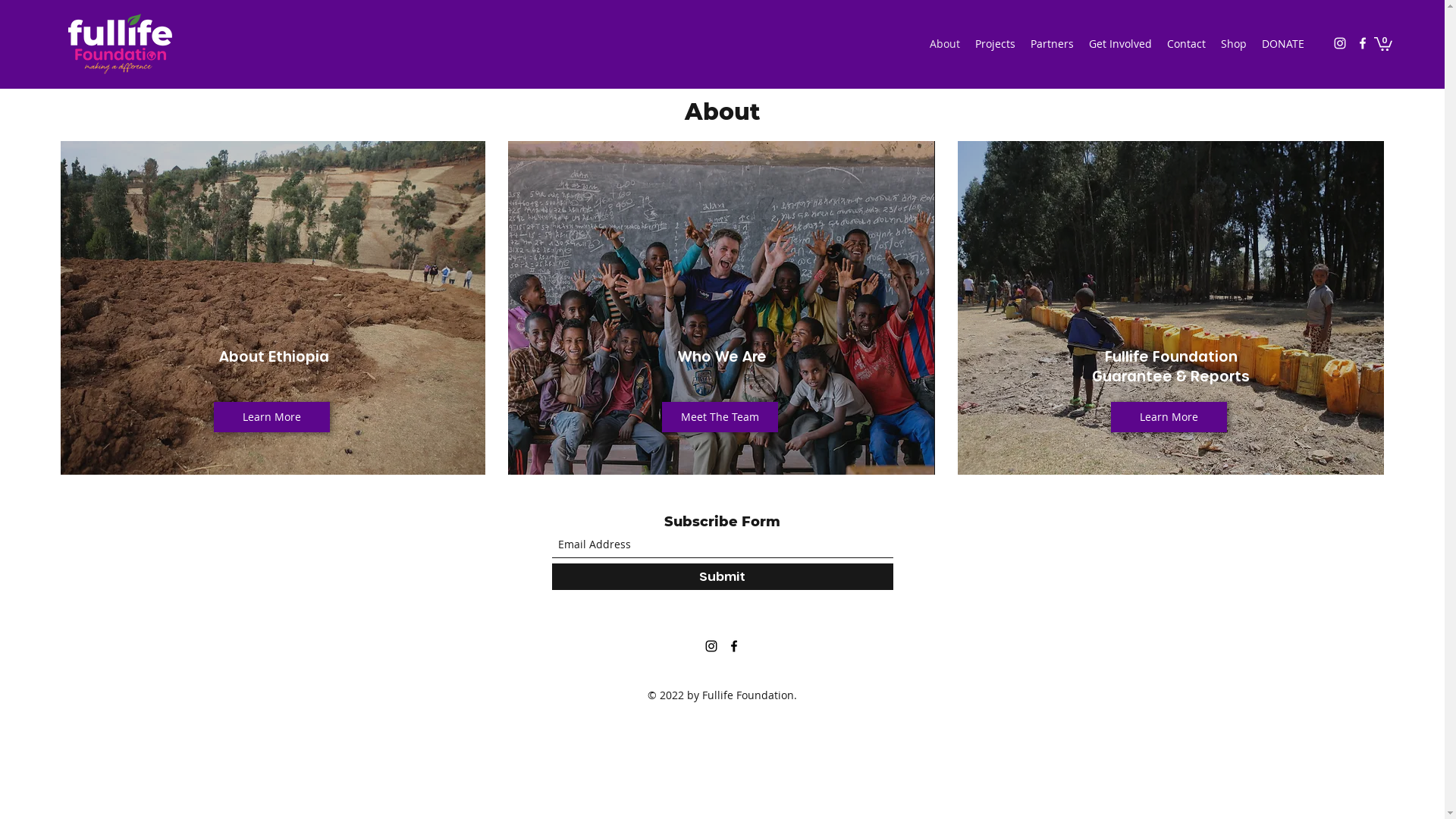  Describe the element at coordinates (719, 417) in the screenshot. I see `'Meet The Team'` at that location.